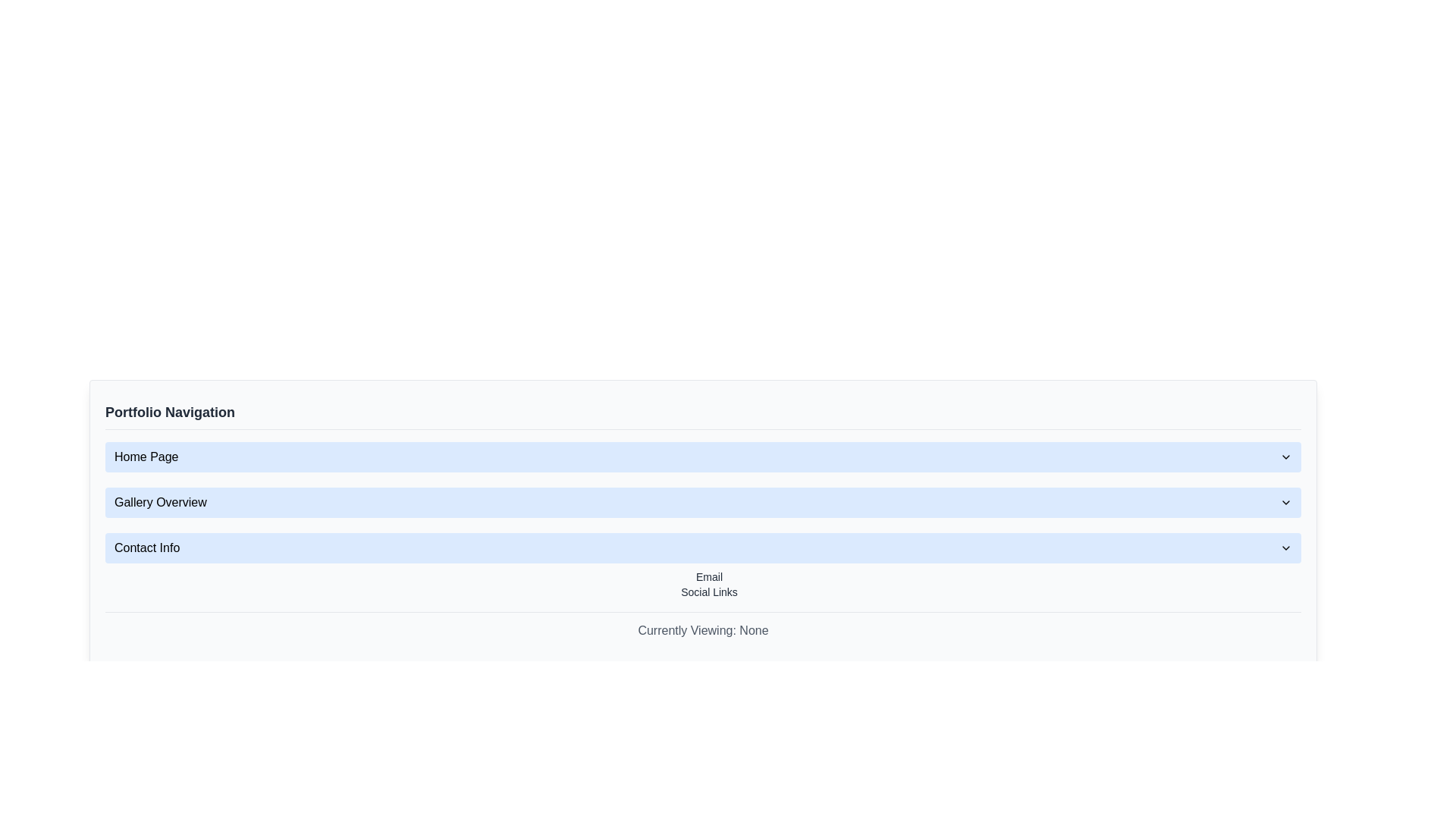 The width and height of the screenshot is (1456, 819). I want to click on the 'Gallery Overview' dropdown menu item in the navigation list, so click(702, 503).